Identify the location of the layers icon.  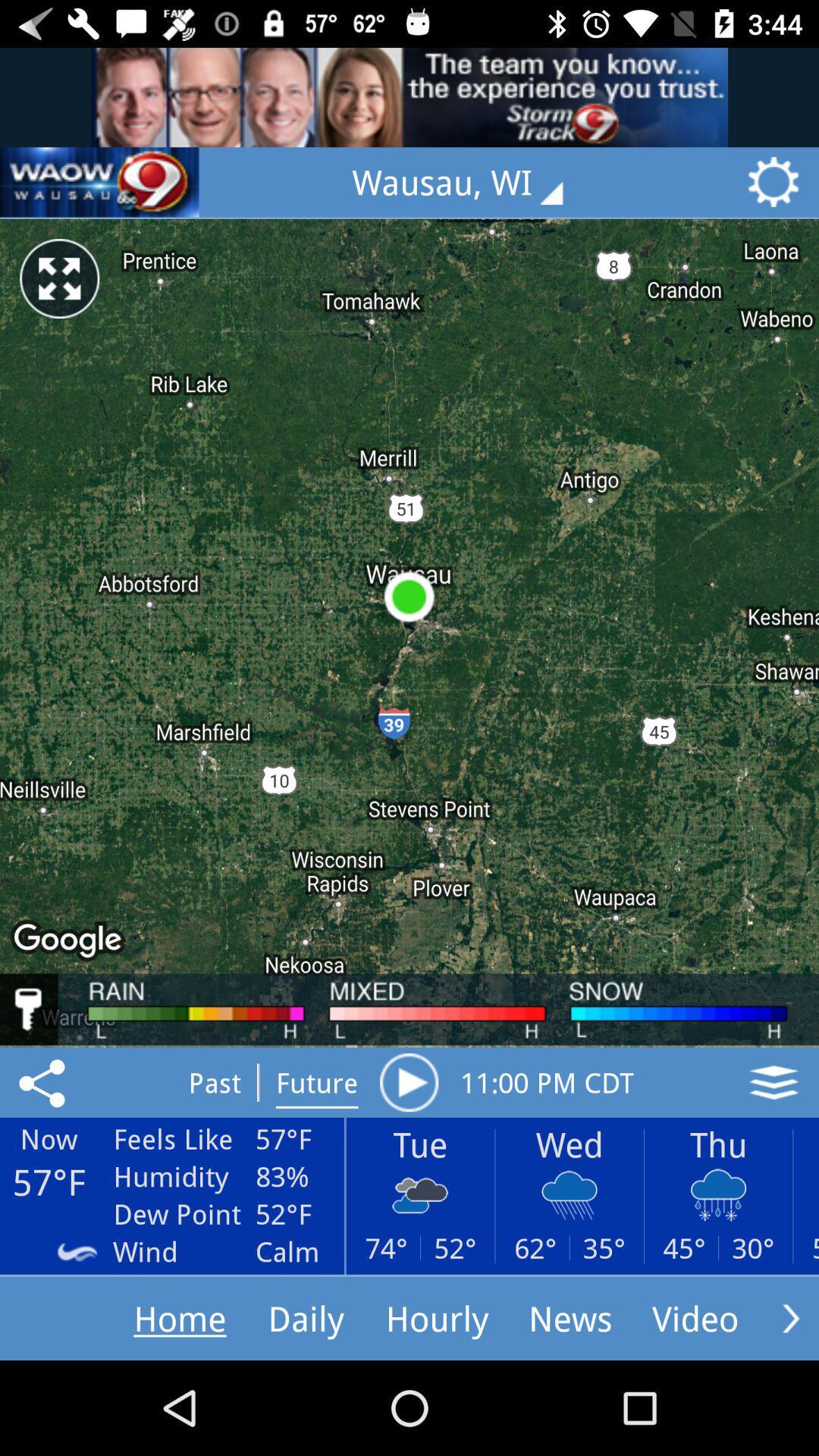
(773, 1081).